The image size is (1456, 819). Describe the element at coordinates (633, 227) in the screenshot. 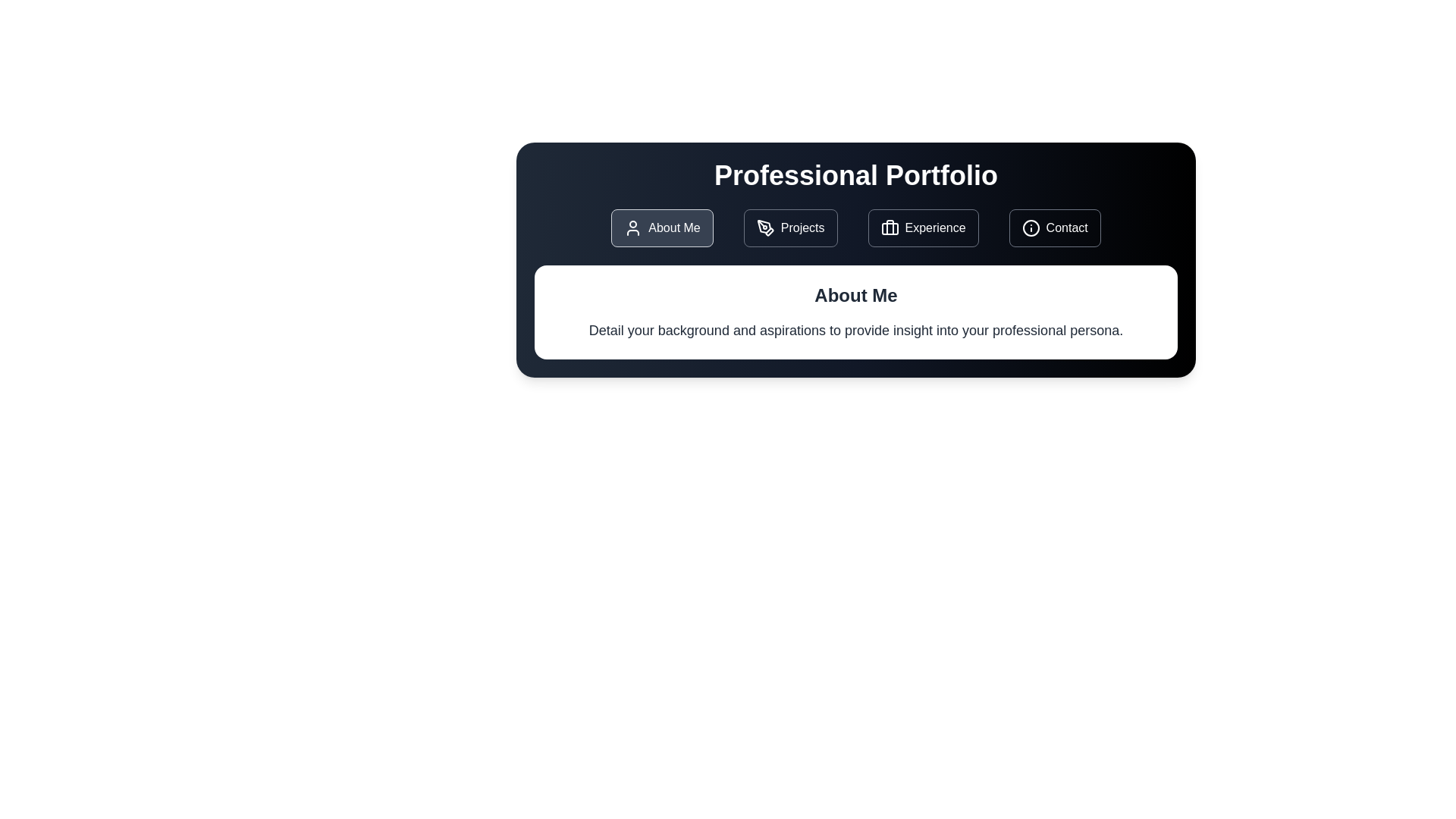

I see `the graphical icon representing a user, which is located on the dark-colored rectangular button labeled 'About Me' in the upper-left section of the button` at that location.